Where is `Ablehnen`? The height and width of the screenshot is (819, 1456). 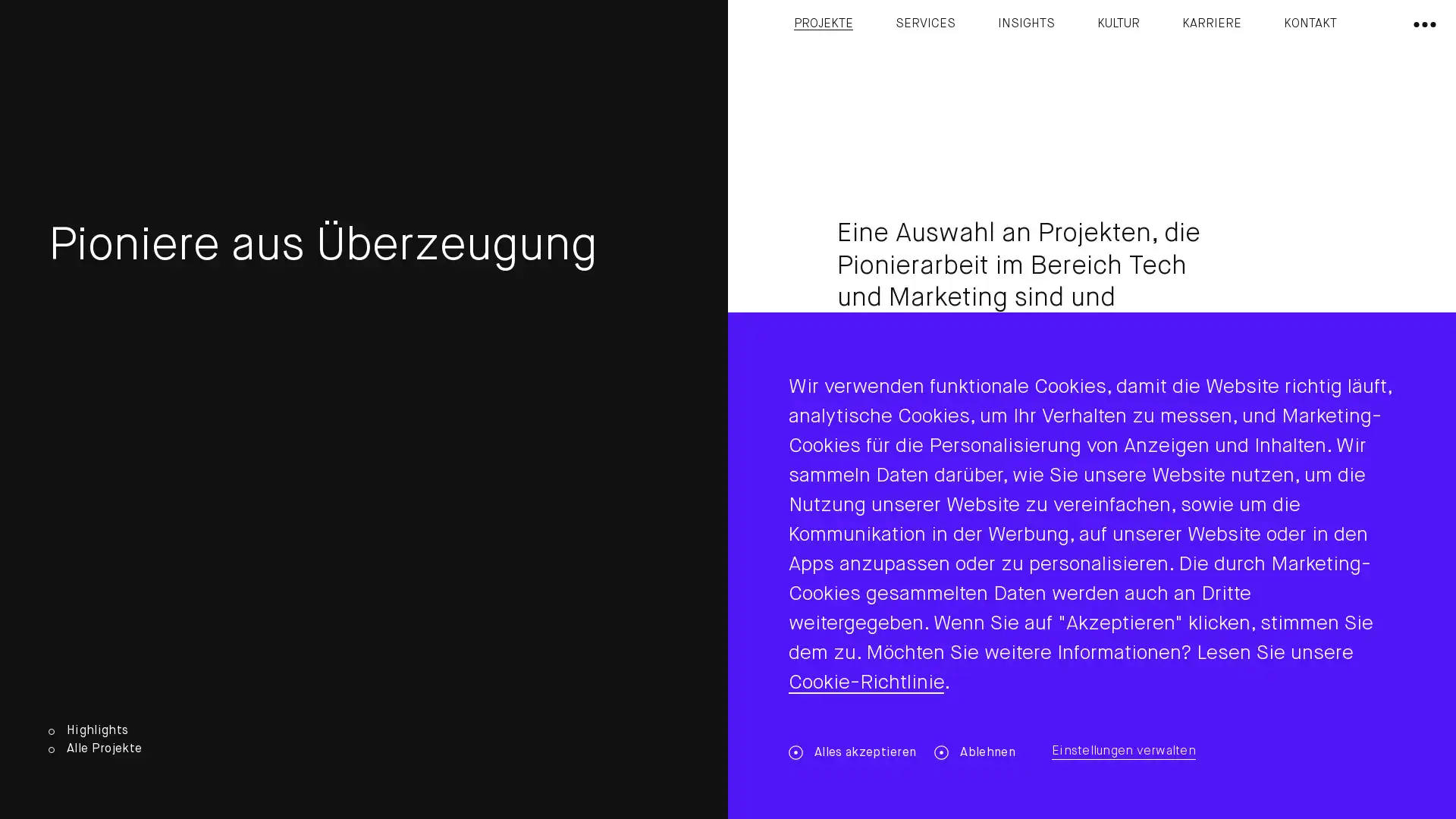
Ablehnen is located at coordinates (974, 752).